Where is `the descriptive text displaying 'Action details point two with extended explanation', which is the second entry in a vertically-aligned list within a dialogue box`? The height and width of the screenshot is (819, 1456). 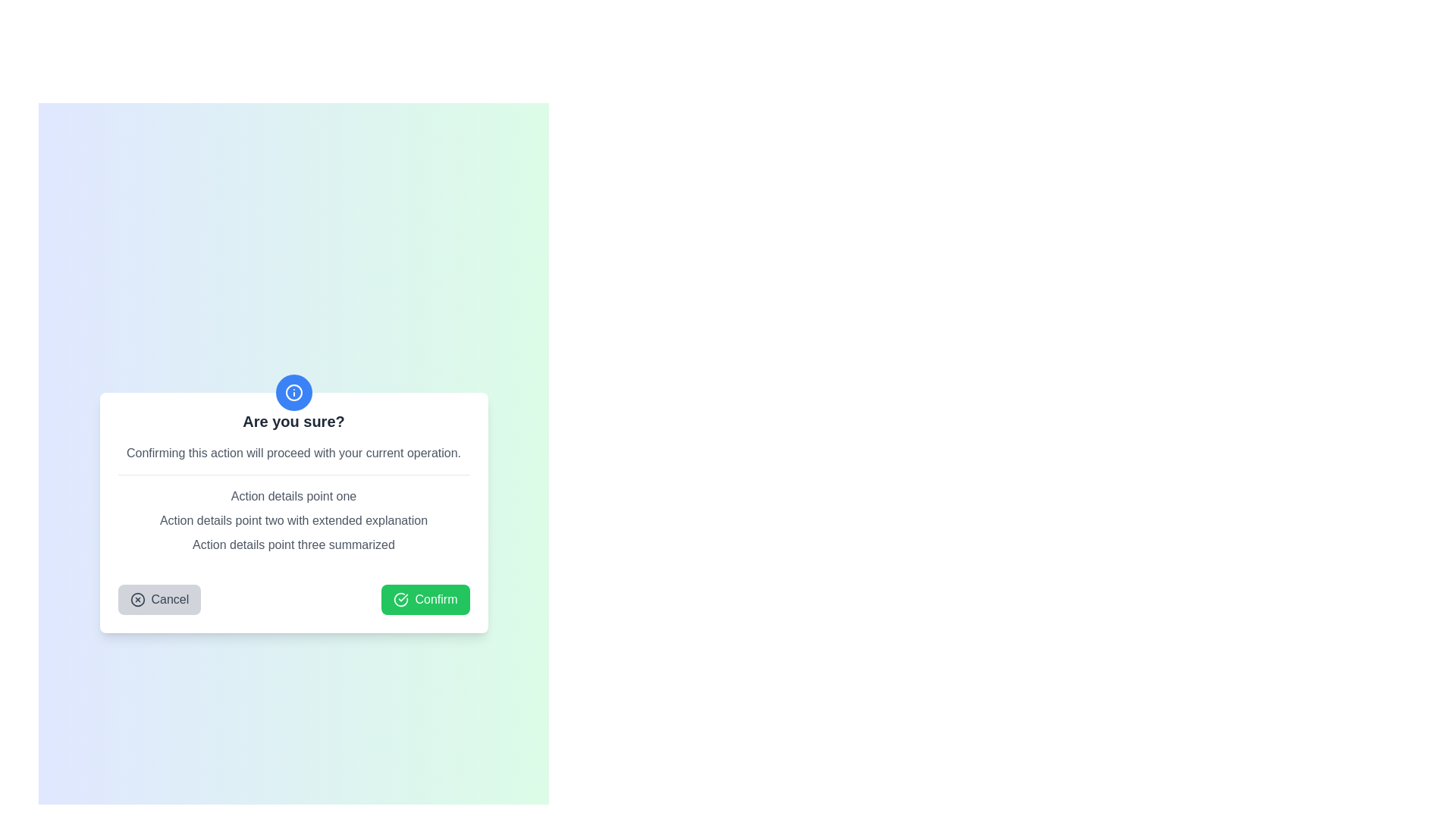 the descriptive text displaying 'Action details point two with extended explanation', which is the second entry in a vertically-aligned list within a dialogue box is located at coordinates (293, 519).